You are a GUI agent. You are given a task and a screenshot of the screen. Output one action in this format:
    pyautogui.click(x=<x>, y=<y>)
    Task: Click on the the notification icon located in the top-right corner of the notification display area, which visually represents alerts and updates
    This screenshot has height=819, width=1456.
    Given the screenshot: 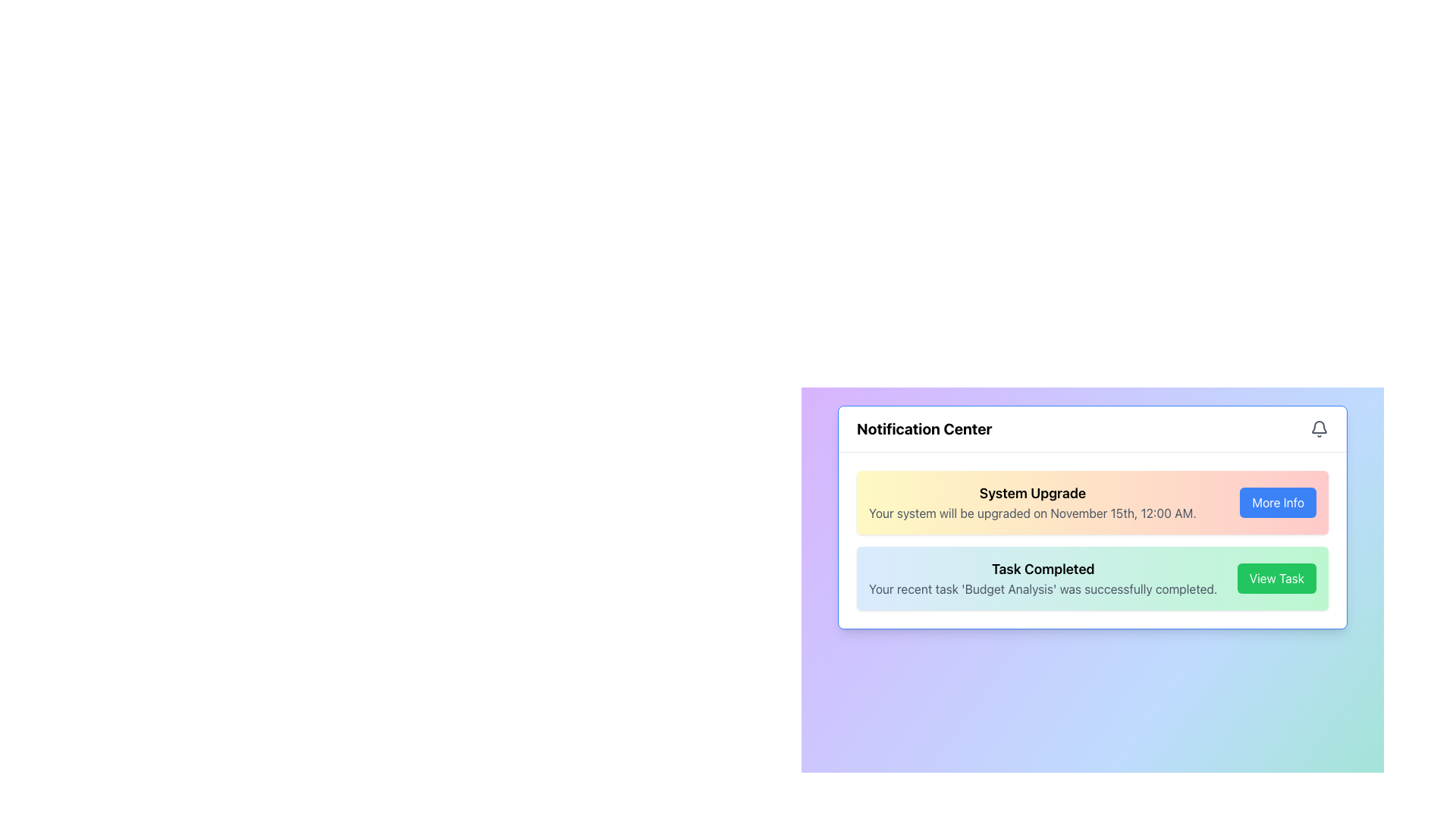 What is the action you would take?
    pyautogui.click(x=1318, y=427)
    